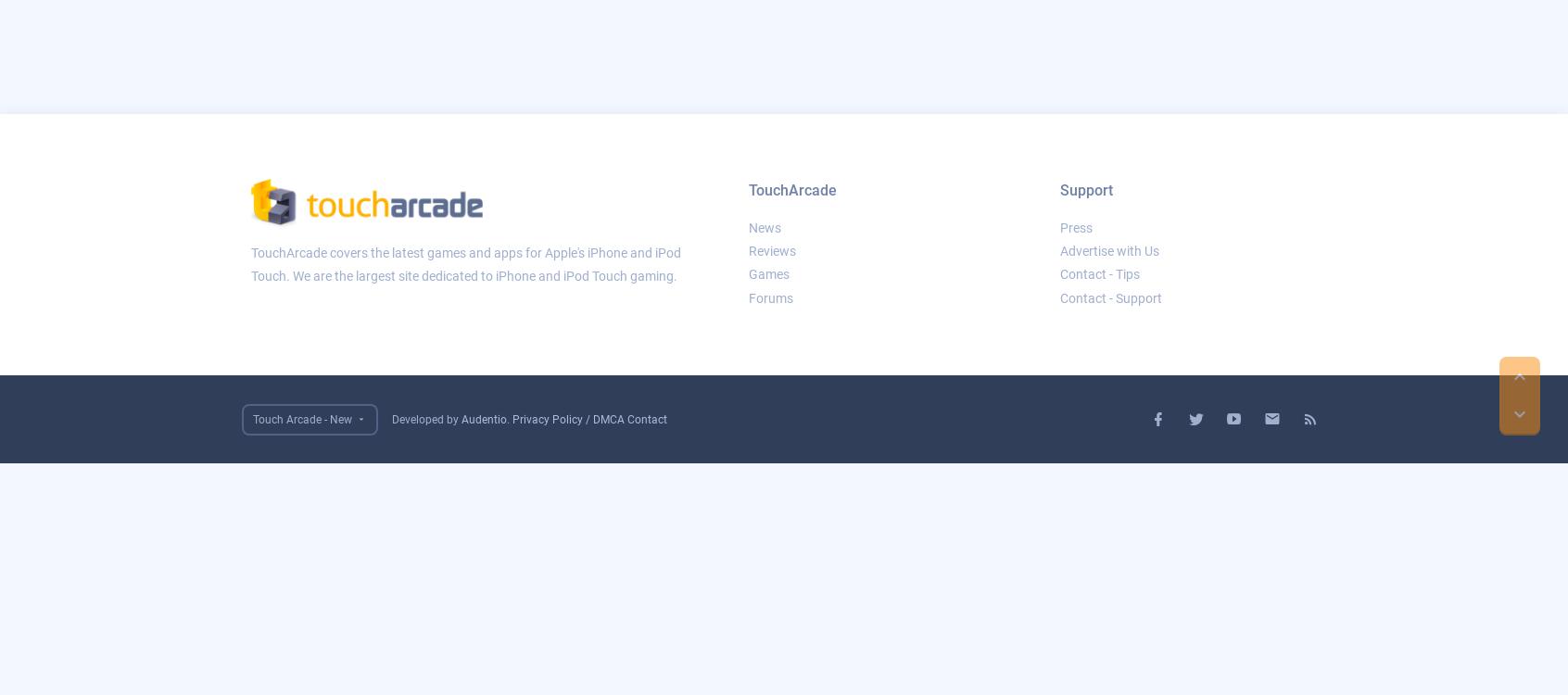 The height and width of the screenshot is (695, 1568). What do you see at coordinates (252, 418) in the screenshot?
I see `'Touch Arcade - New'` at bounding box center [252, 418].